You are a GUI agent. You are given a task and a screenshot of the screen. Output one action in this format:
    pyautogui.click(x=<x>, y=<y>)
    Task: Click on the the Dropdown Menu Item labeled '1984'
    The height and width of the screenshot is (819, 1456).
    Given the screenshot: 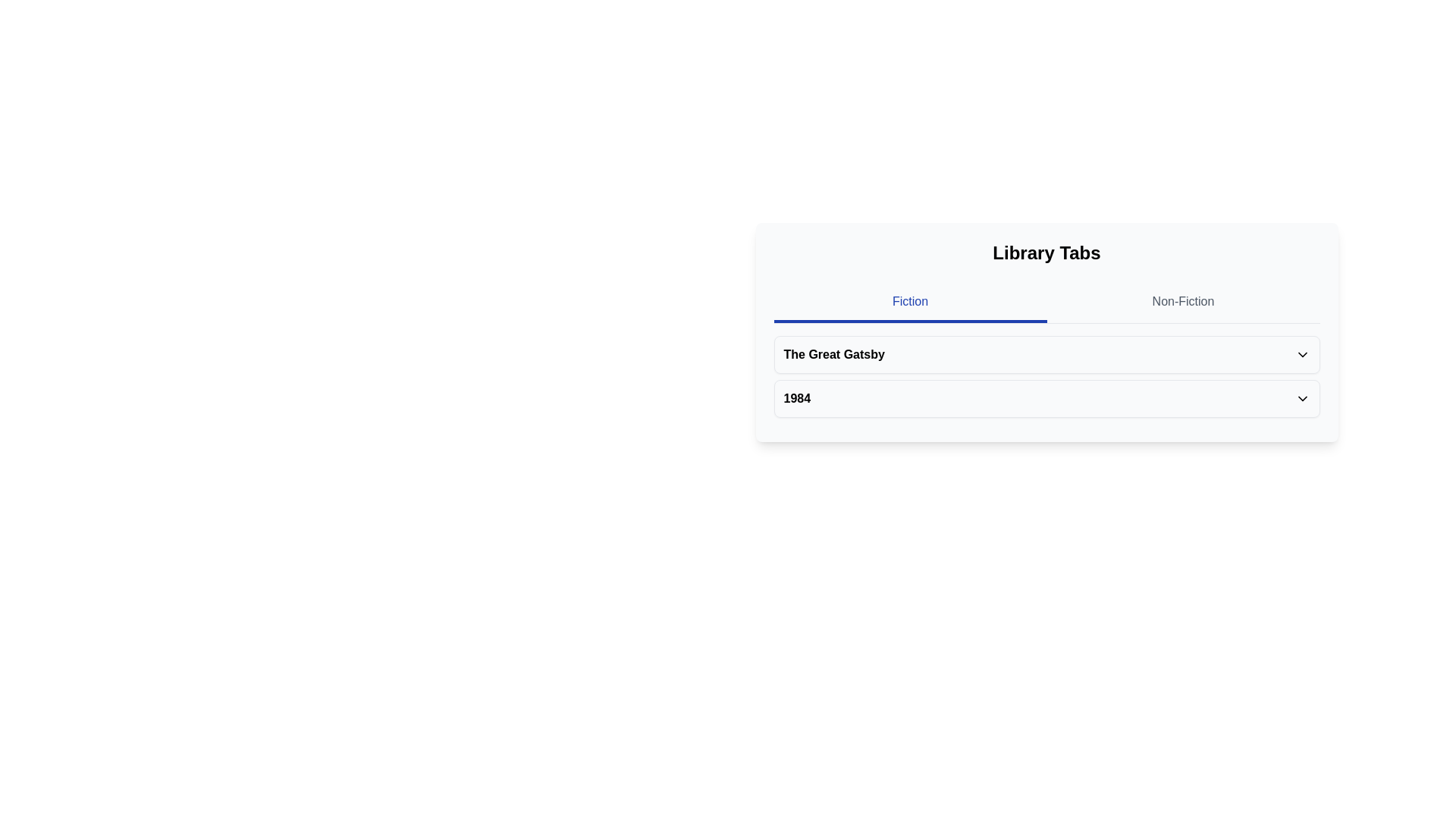 What is the action you would take?
    pyautogui.click(x=1046, y=397)
    